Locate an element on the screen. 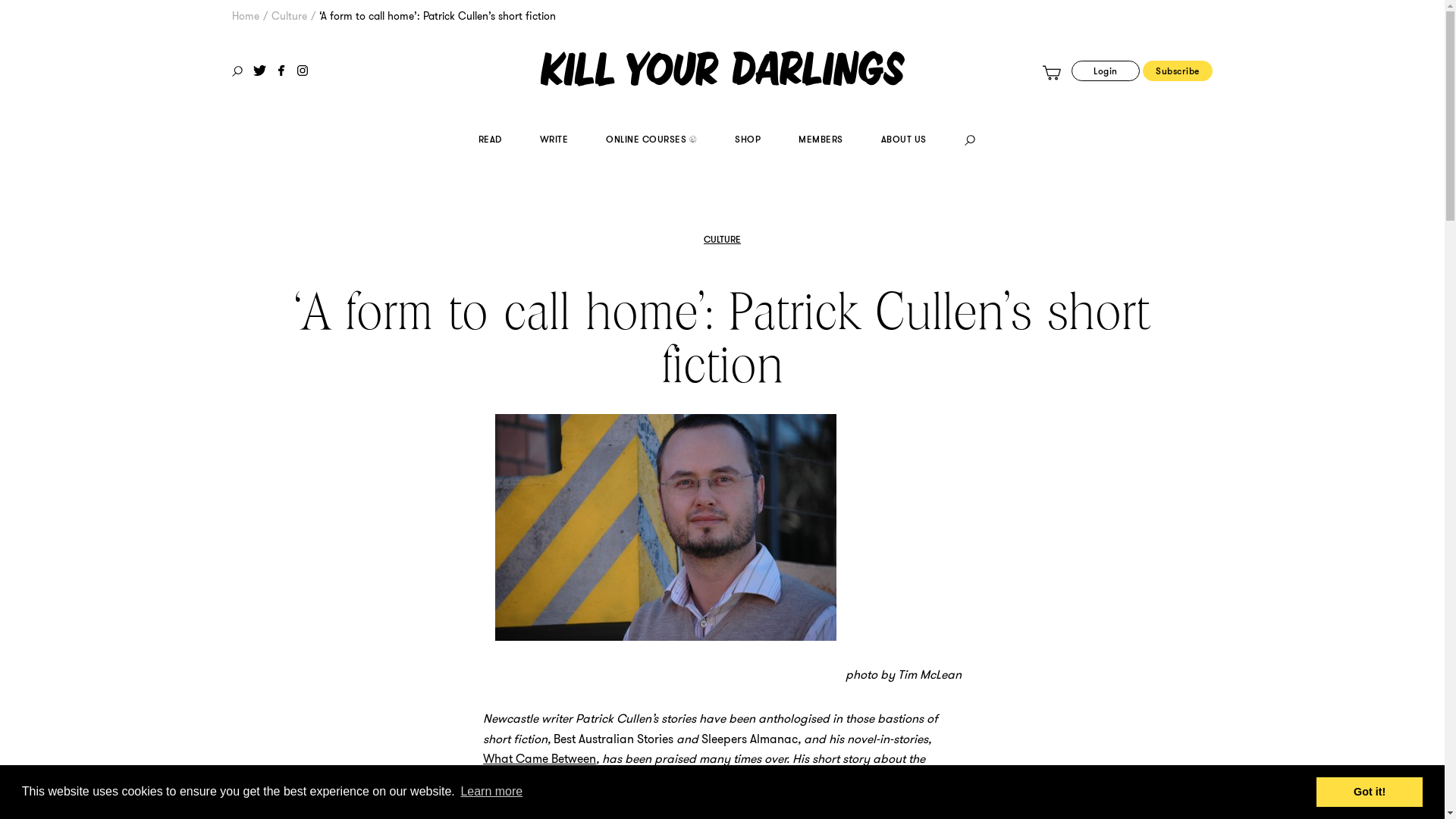  'SHOP' is located at coordinates (747, 141).